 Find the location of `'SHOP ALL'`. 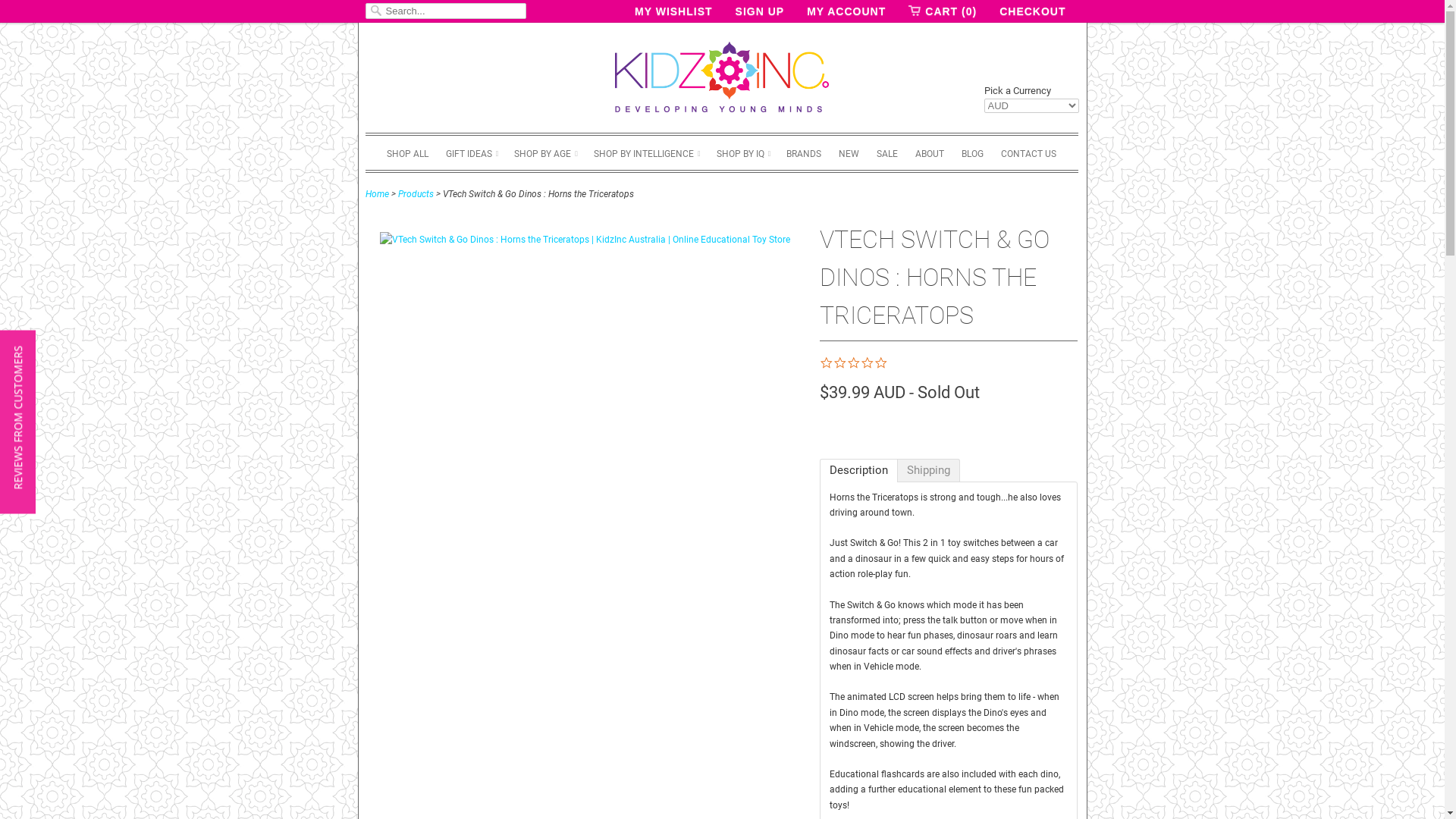

'SHOP ALL' is located at coordinates (407, 152).